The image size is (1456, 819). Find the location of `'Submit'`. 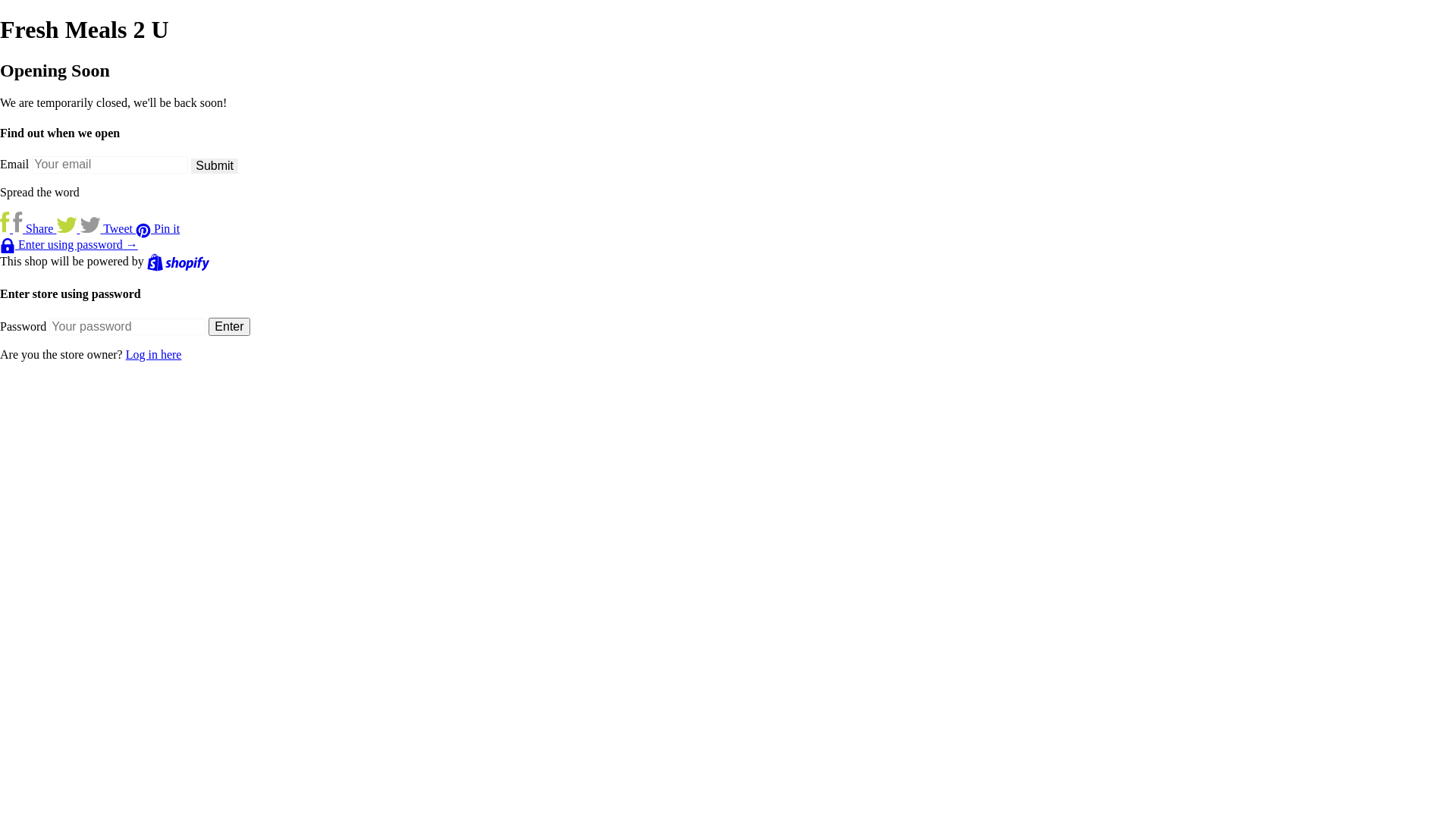

'Submit' is located at coordinates (214, 166).